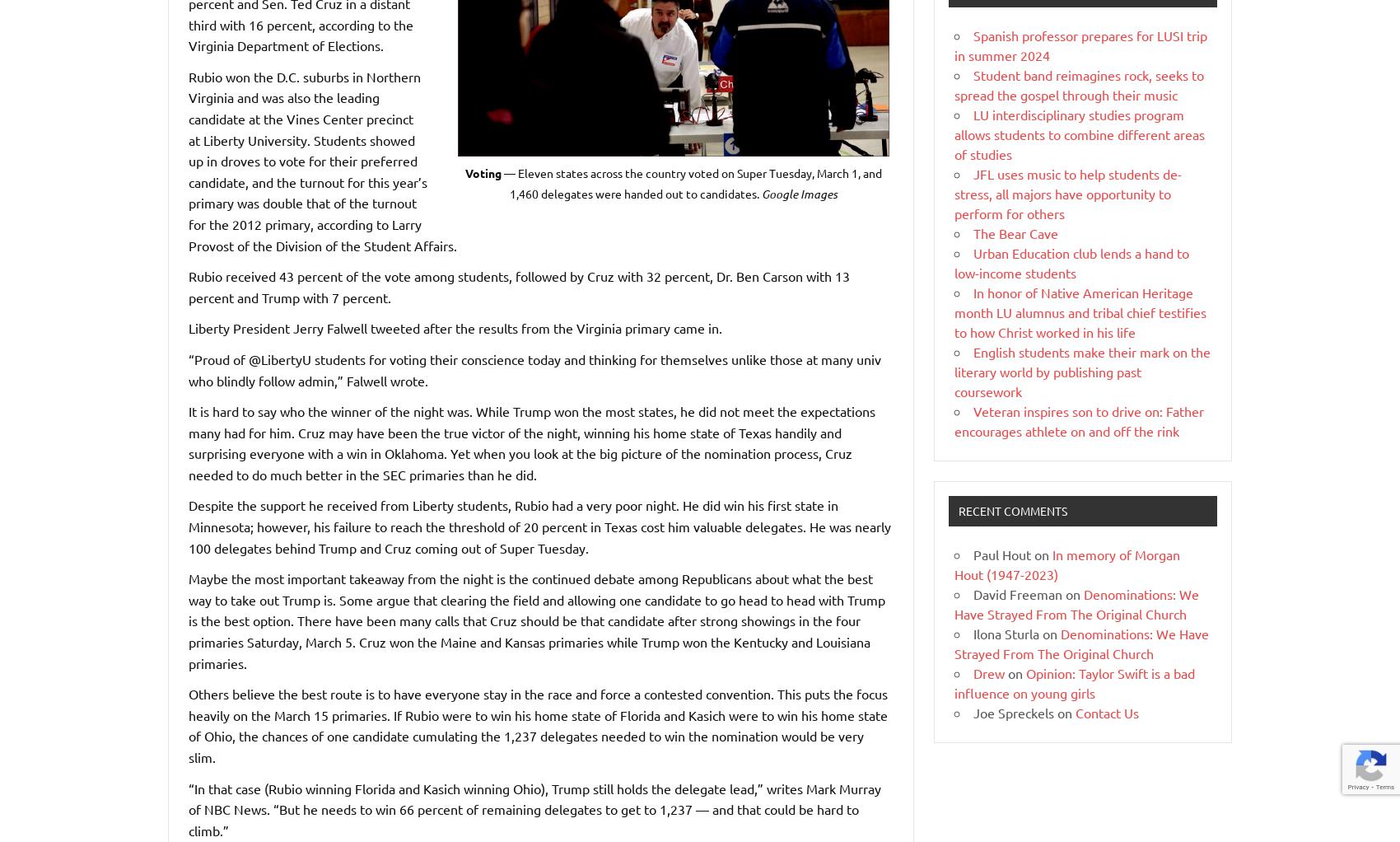 Image resolution: width=1400 pixels, height=842 pixels. What do you see at coordinates (973, 592) in the screenshot?
I see `'David Freeman'` at bounding box center [973, 592].